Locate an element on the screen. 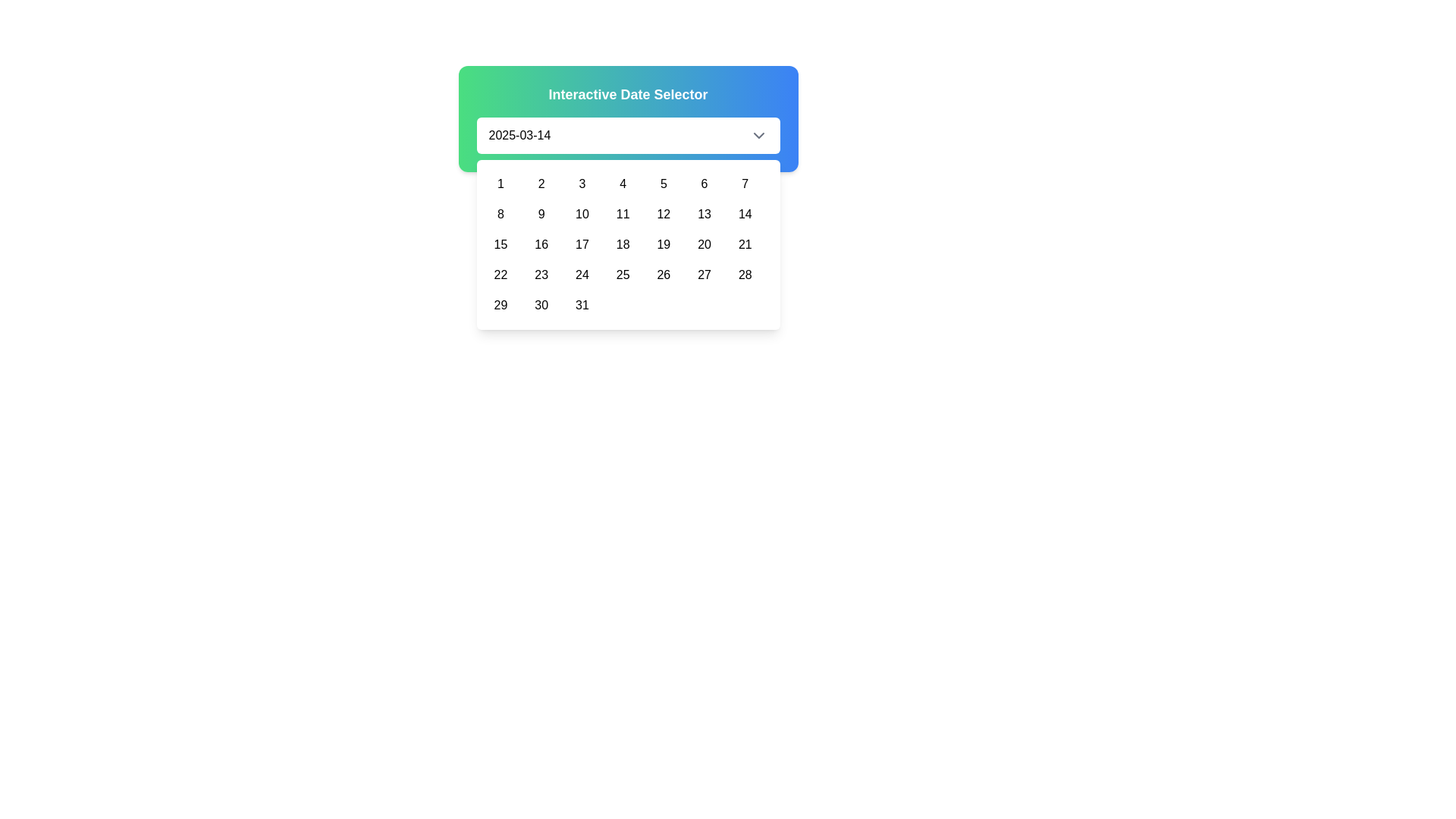 This screenshot has height=819, width=1456. the button displaying the number '22' in a bold and centered manner within a square box that has rounded corners is located at coordinates (500, 275).